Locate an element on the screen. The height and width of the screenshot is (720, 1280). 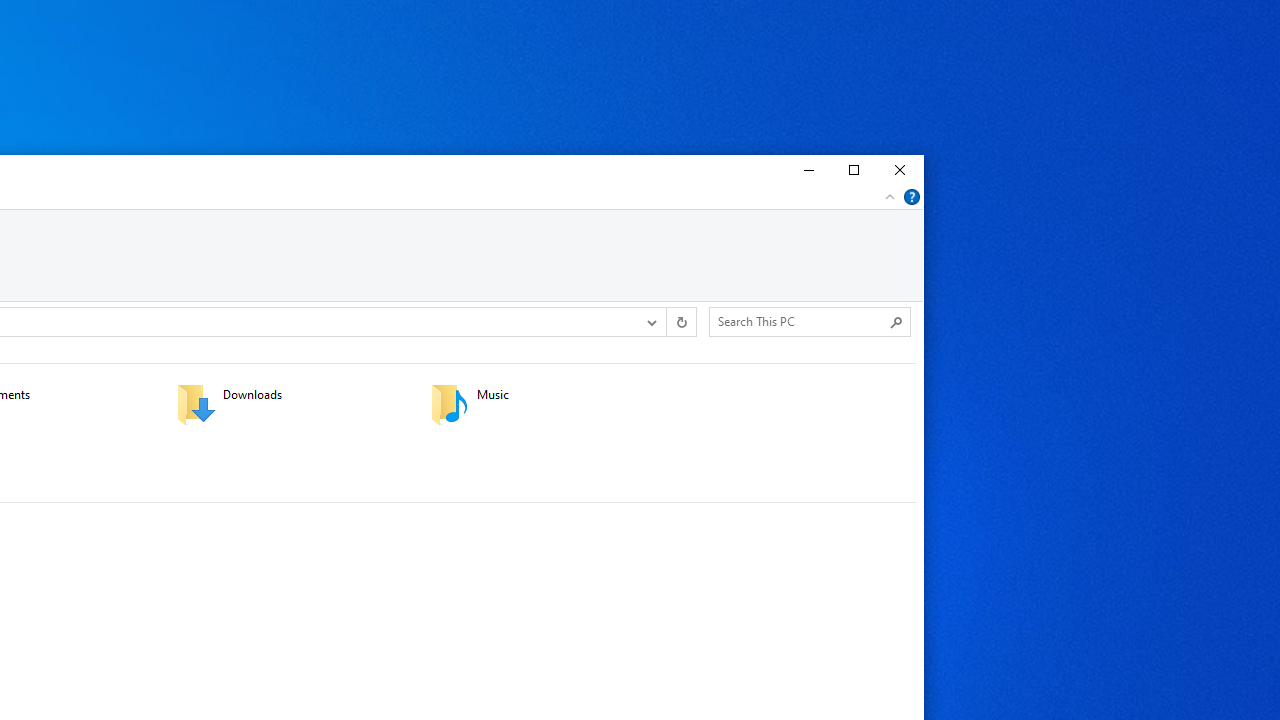
'Maximize' is located at coordinates (853, 170).